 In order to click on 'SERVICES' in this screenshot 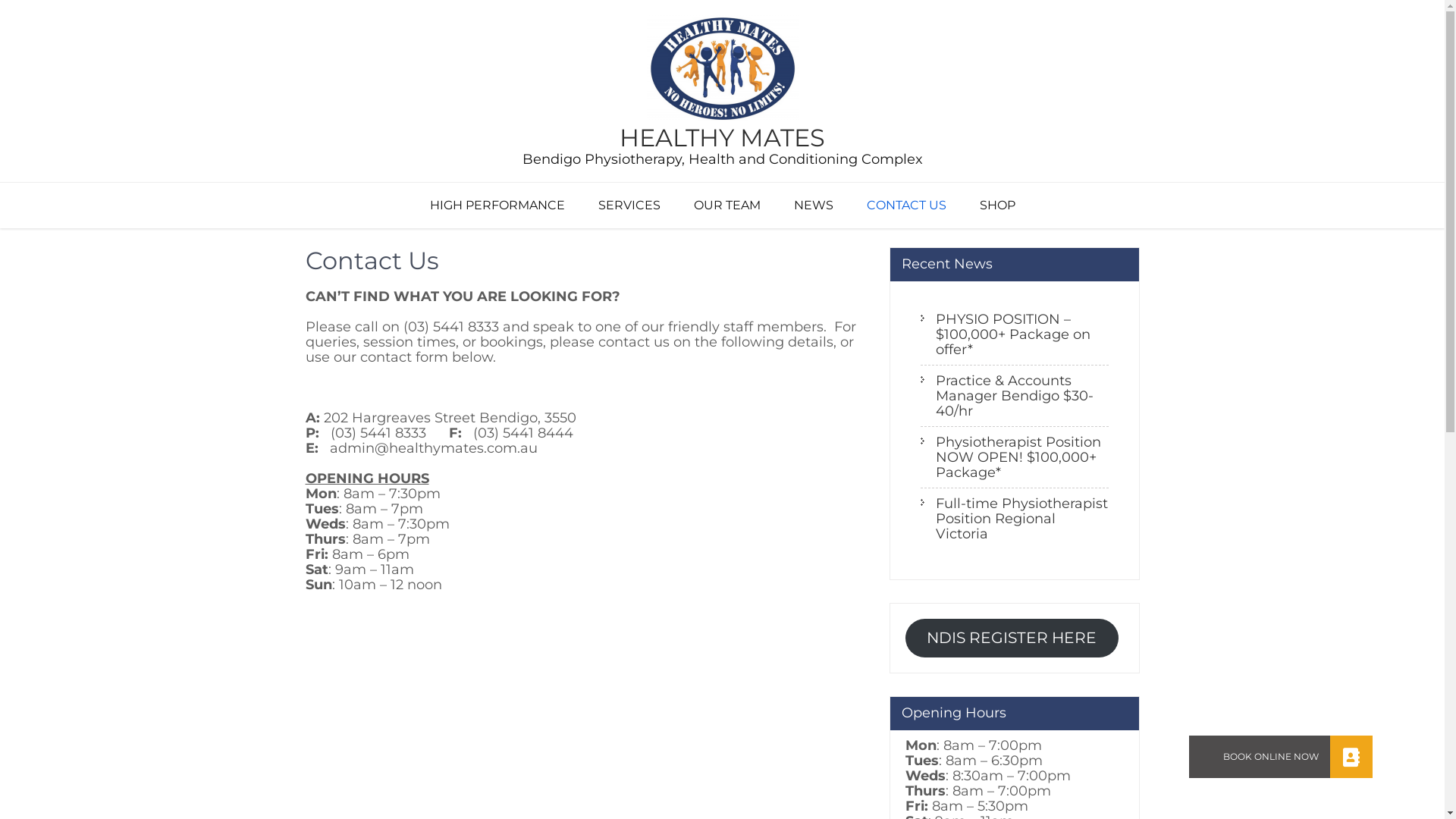, I will do `click(629, 205)`.